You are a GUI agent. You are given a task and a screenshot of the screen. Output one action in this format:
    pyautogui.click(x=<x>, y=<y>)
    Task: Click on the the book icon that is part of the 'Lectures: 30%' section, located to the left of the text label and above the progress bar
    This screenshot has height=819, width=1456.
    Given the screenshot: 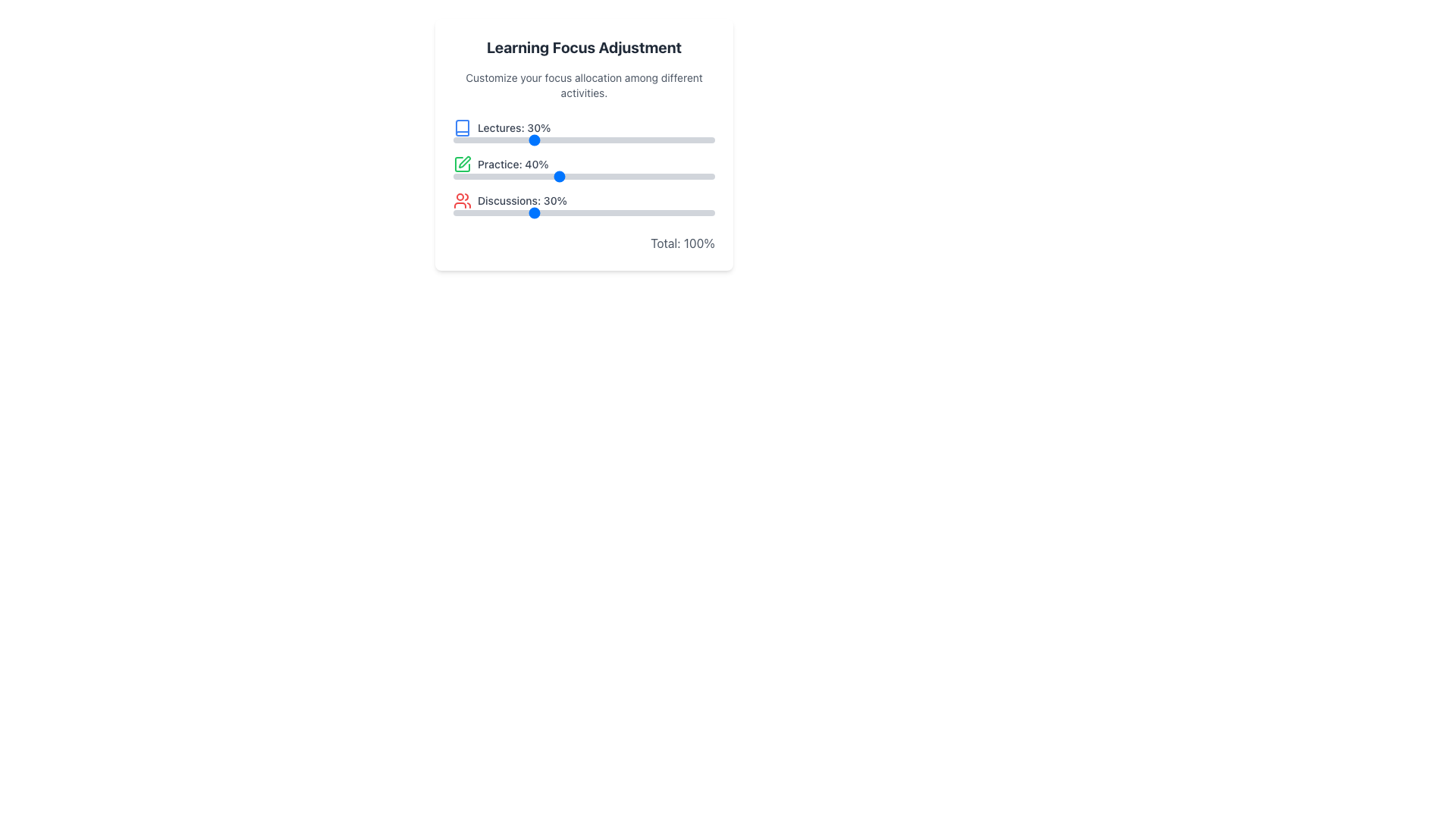 What is the action you would take?
    pyautogui.click(x=461, y=127)
    